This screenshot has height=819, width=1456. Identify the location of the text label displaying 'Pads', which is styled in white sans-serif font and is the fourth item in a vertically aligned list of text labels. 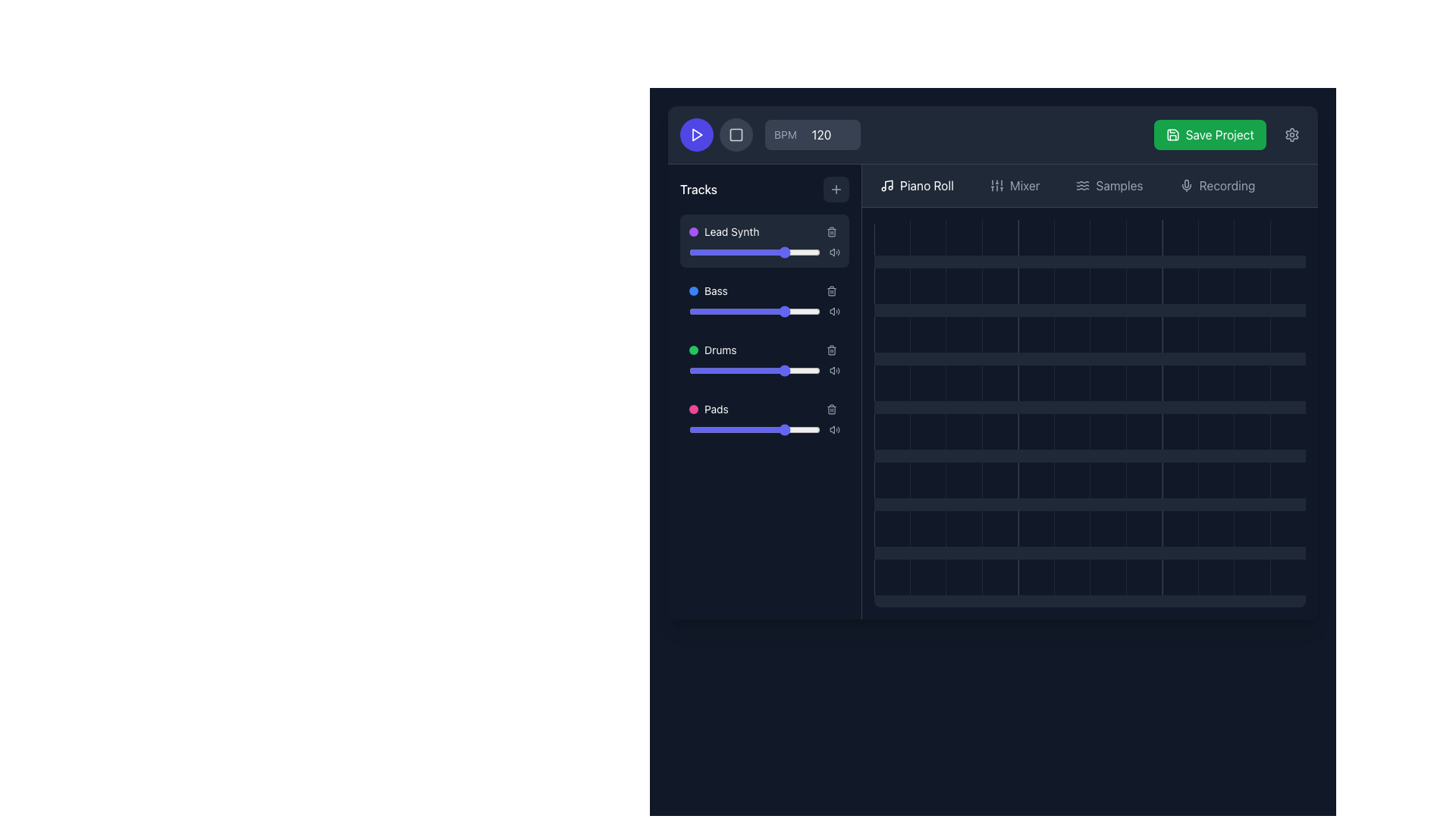
(715, 409).